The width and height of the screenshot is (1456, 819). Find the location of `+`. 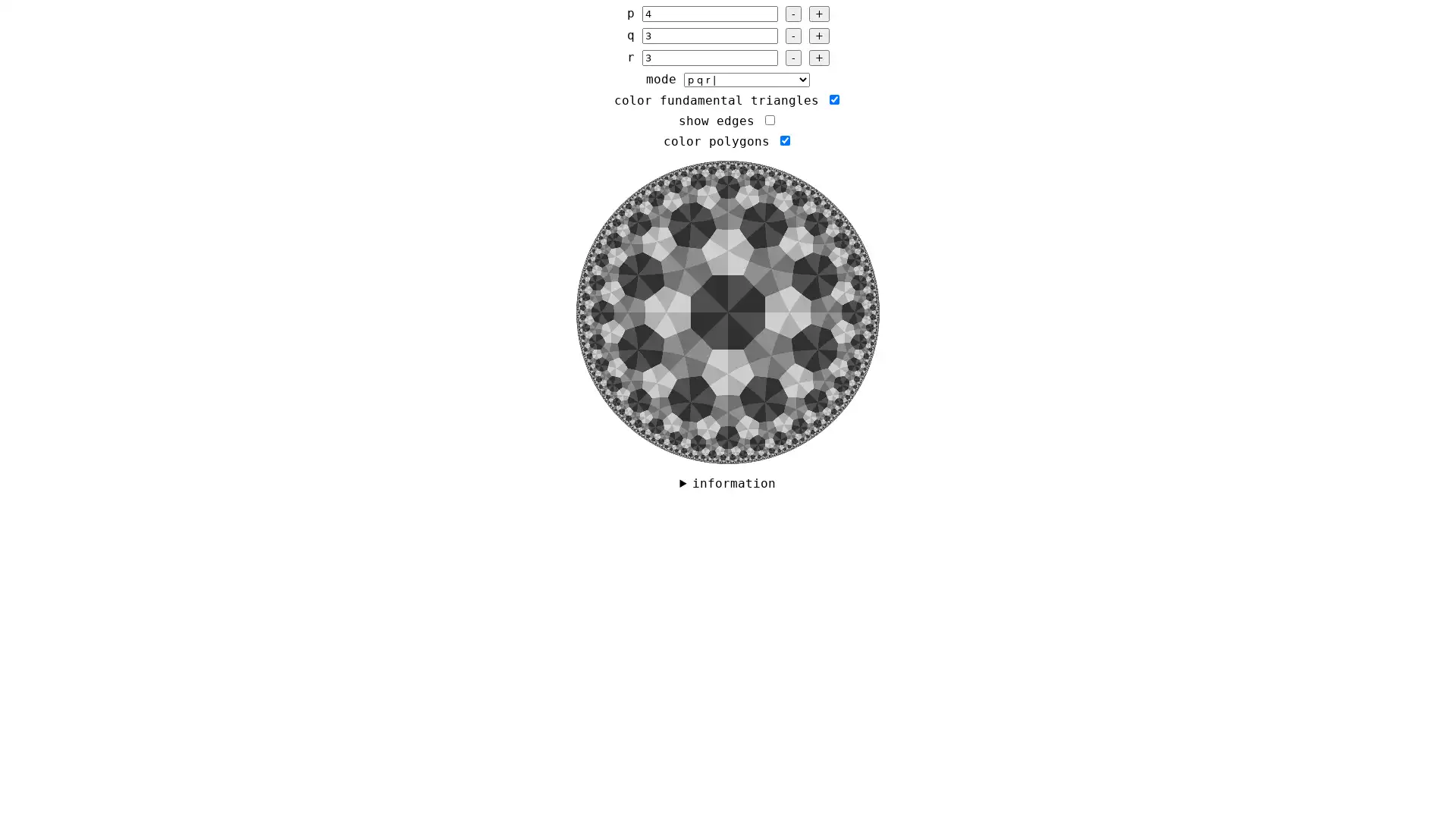

+ is located at coordinates (817, 57).